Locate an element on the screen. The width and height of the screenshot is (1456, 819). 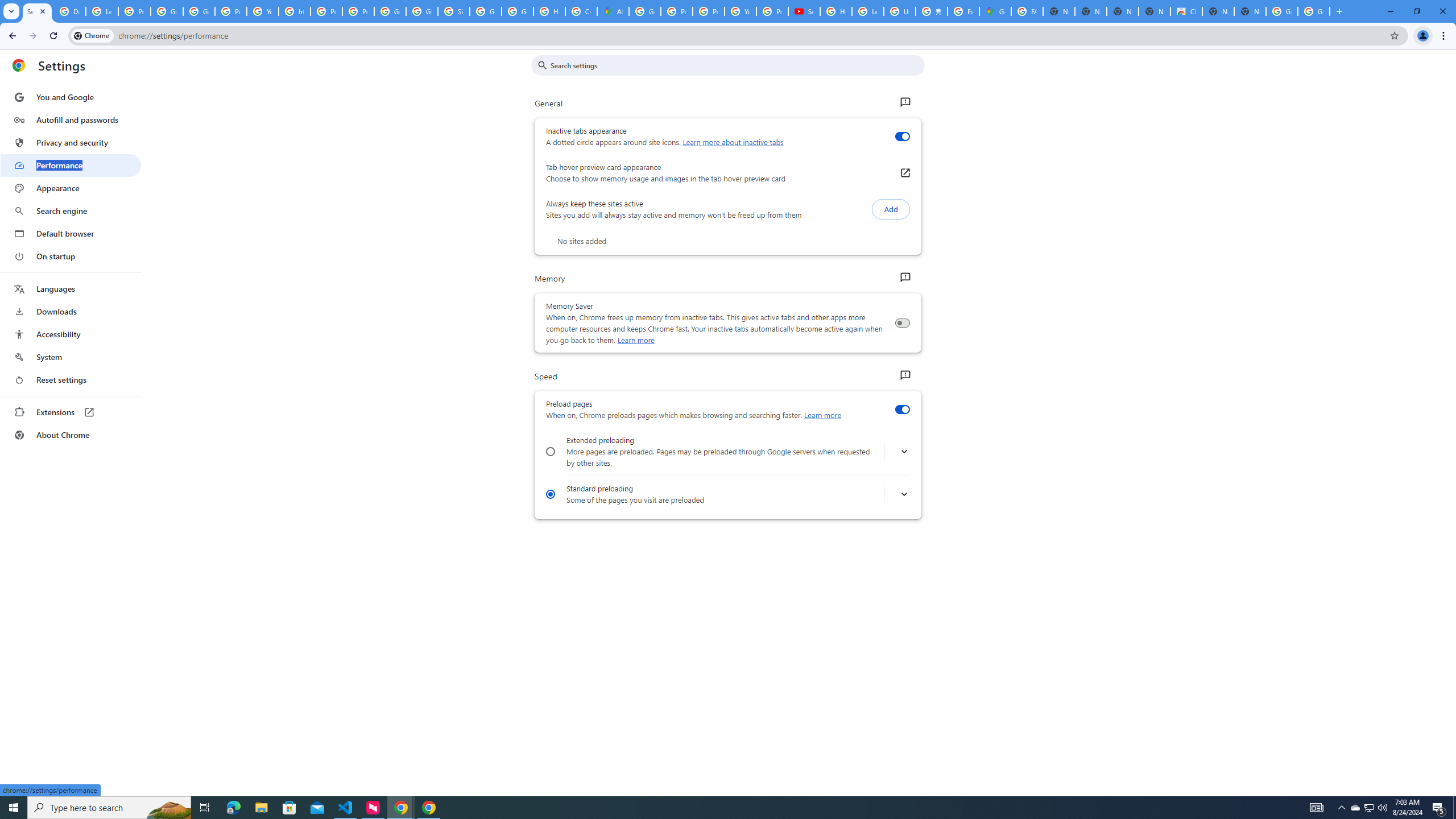
'Inactive tabs appearance' is located at coordinates (901, 136).